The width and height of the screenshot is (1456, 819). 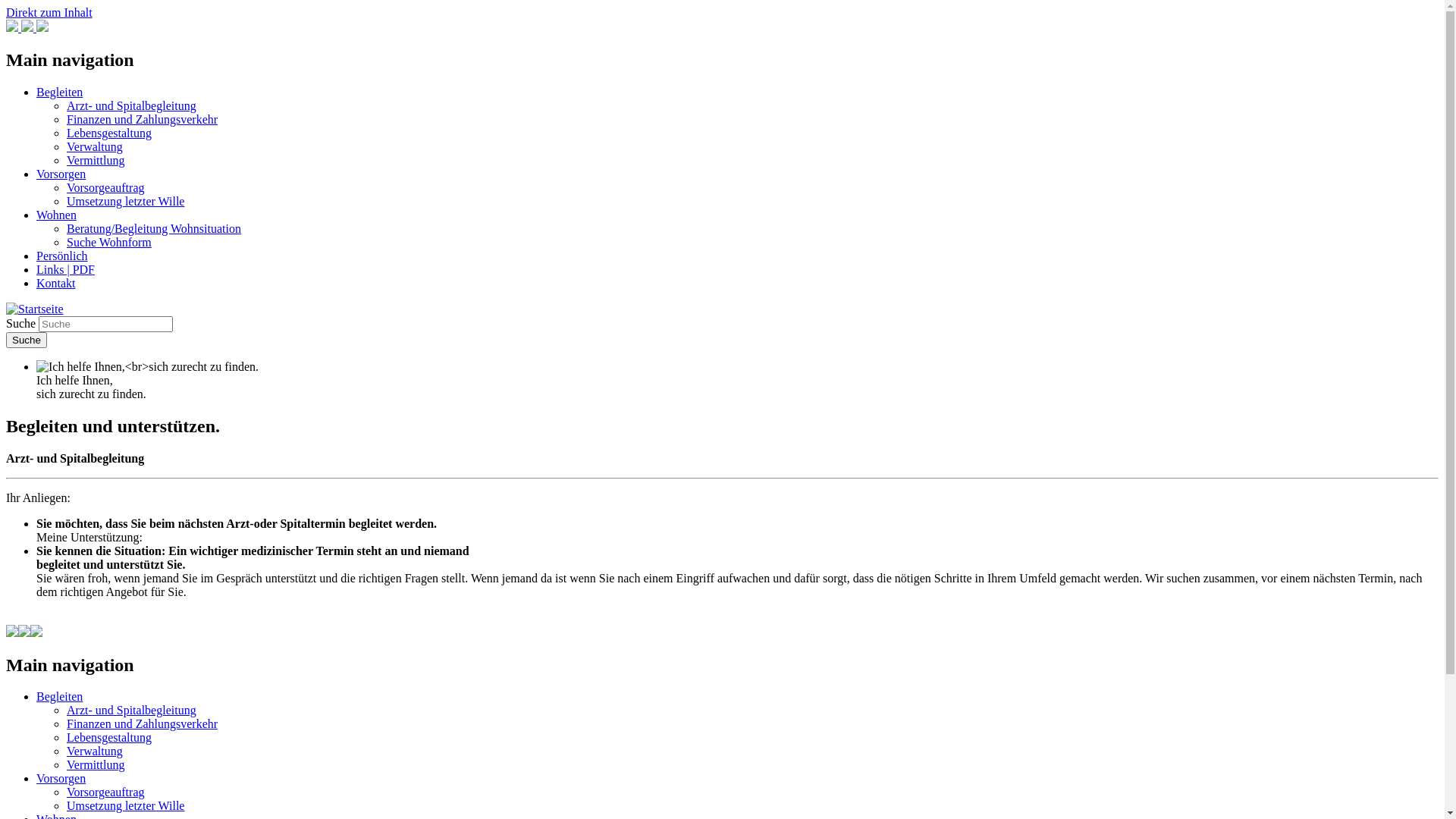 What do you see at coordinates (64, 268) in the screenshot?
I see `'Links | PDF'` at bounding box center [64, 268].